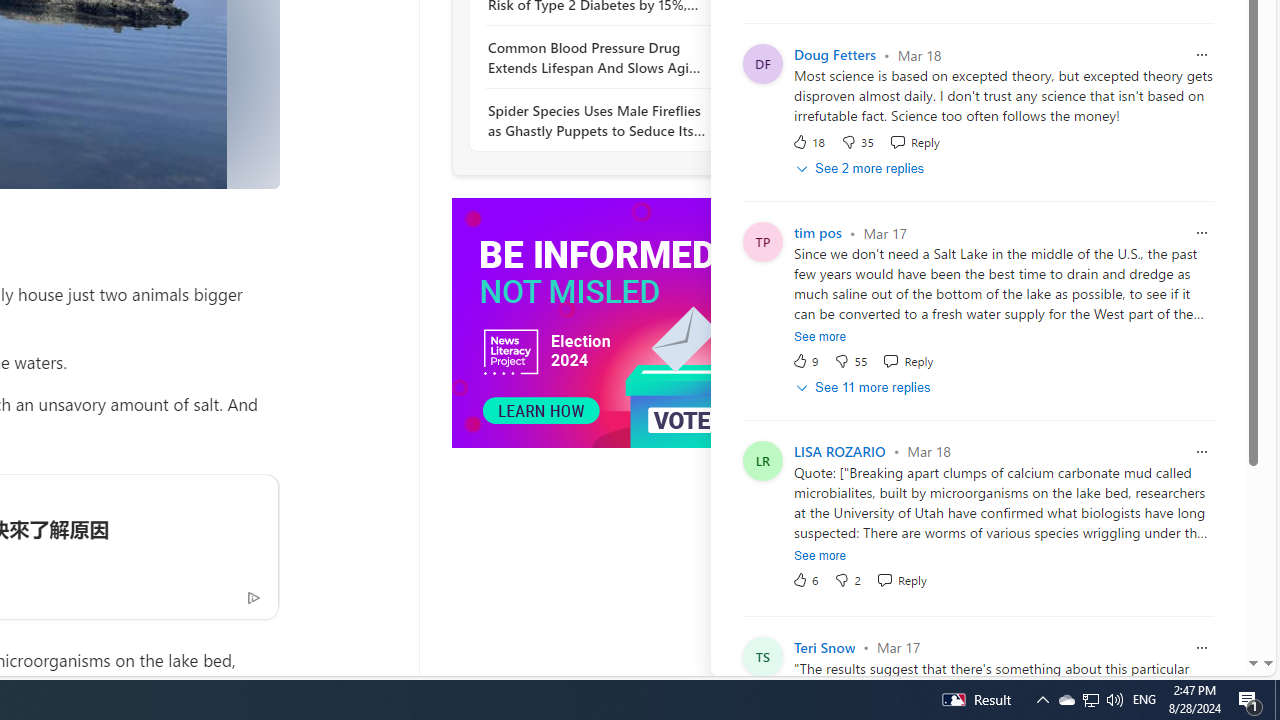 The height and width of the screenshot is (720, 1280). What do you see at coordinates (252, 595) in the screenshot?
I see `'Ad Choice'` at bounding box center [252, 595].